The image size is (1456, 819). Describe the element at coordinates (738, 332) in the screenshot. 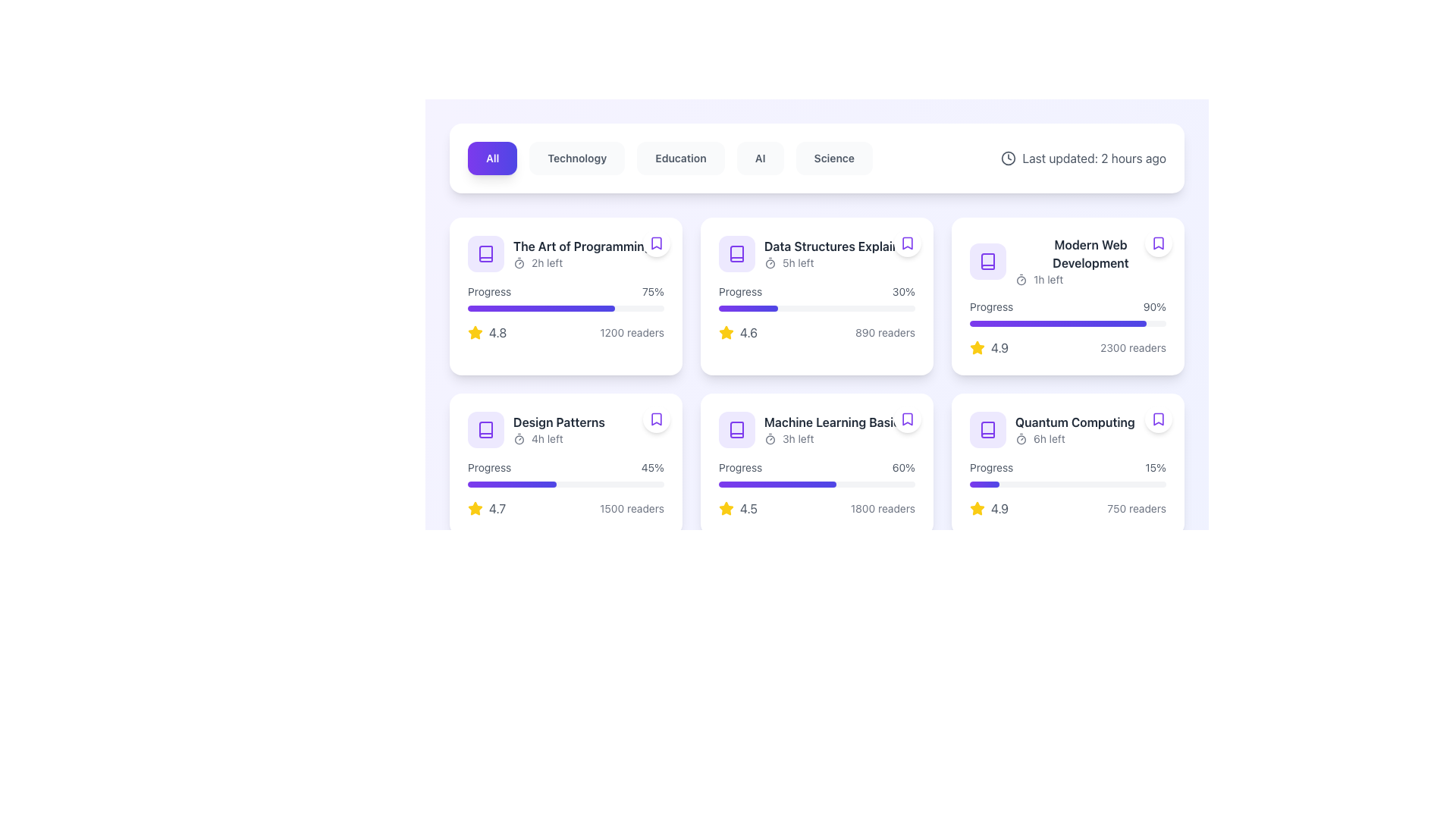

I see `the rating display for 'Data Structures Explained', which shows a rating of 4.6, located in the bottom-left corner of the card, to the left of '890 readers' and below the horizontal progress bar` at that location.